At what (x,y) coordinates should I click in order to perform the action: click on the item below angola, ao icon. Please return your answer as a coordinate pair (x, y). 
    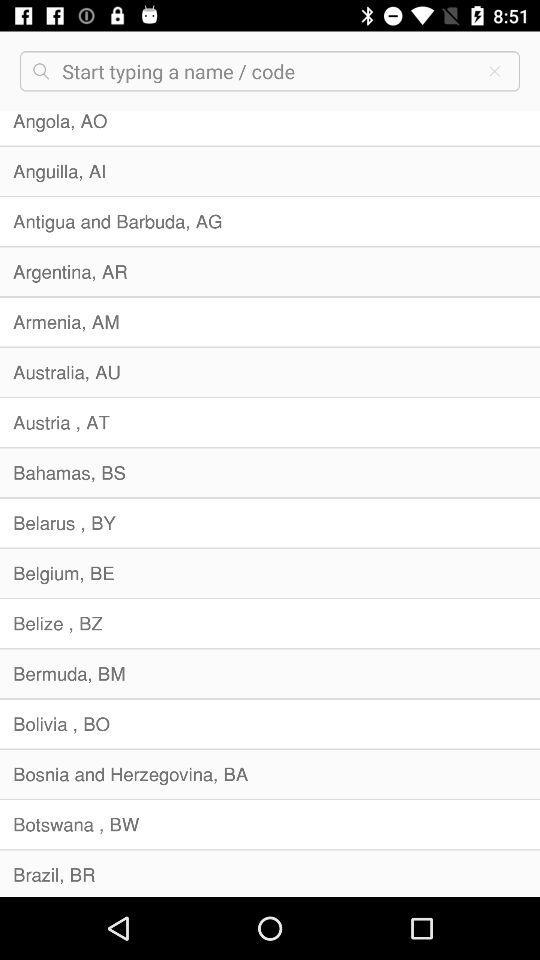
    Looking at the image, I should click on (270, 170).